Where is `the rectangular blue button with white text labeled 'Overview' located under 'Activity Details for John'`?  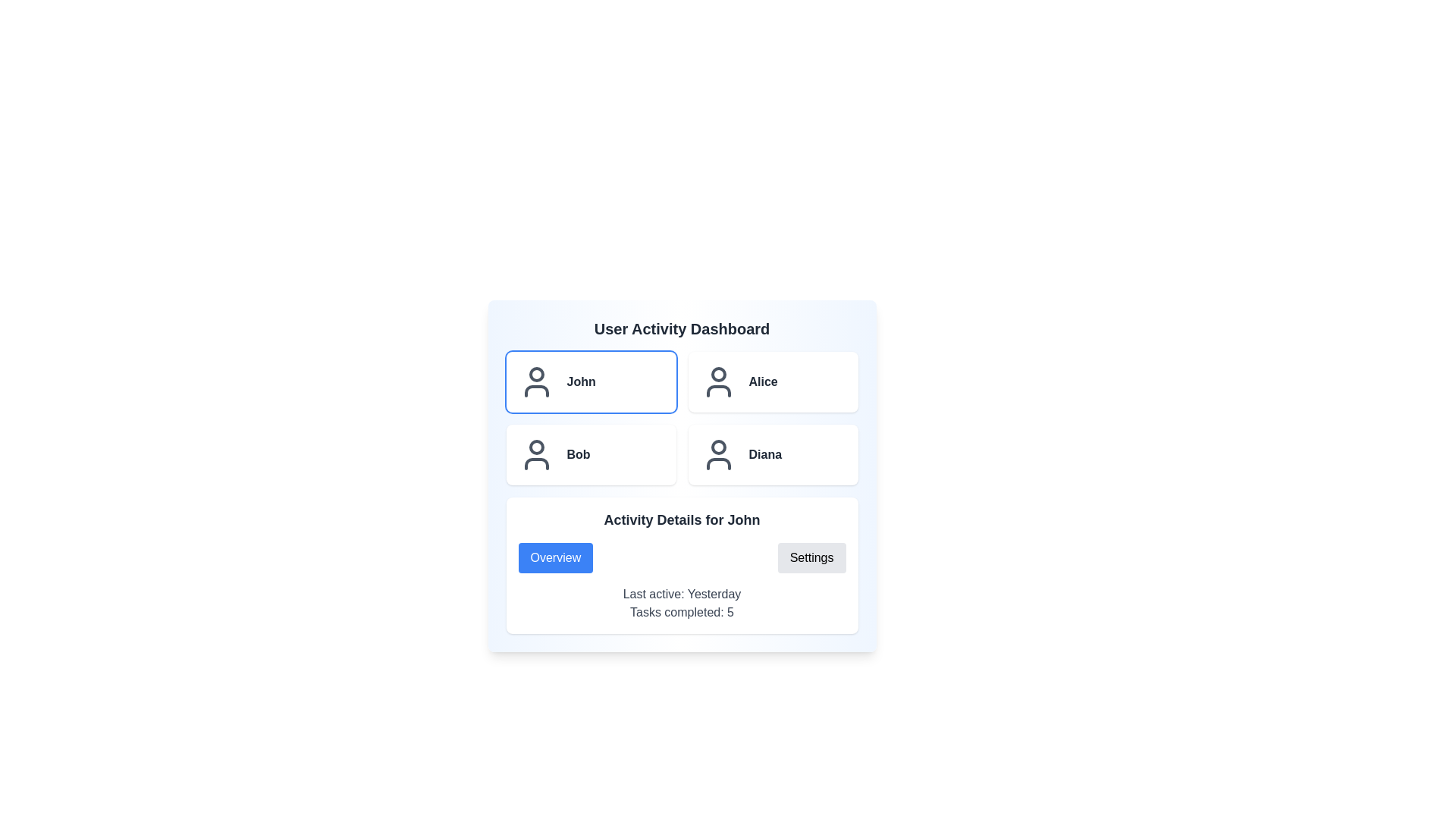
the rectangular blue button with white text labeled 'Overview' located under 'Activity Details for John' is located at coordinates (554, 558).